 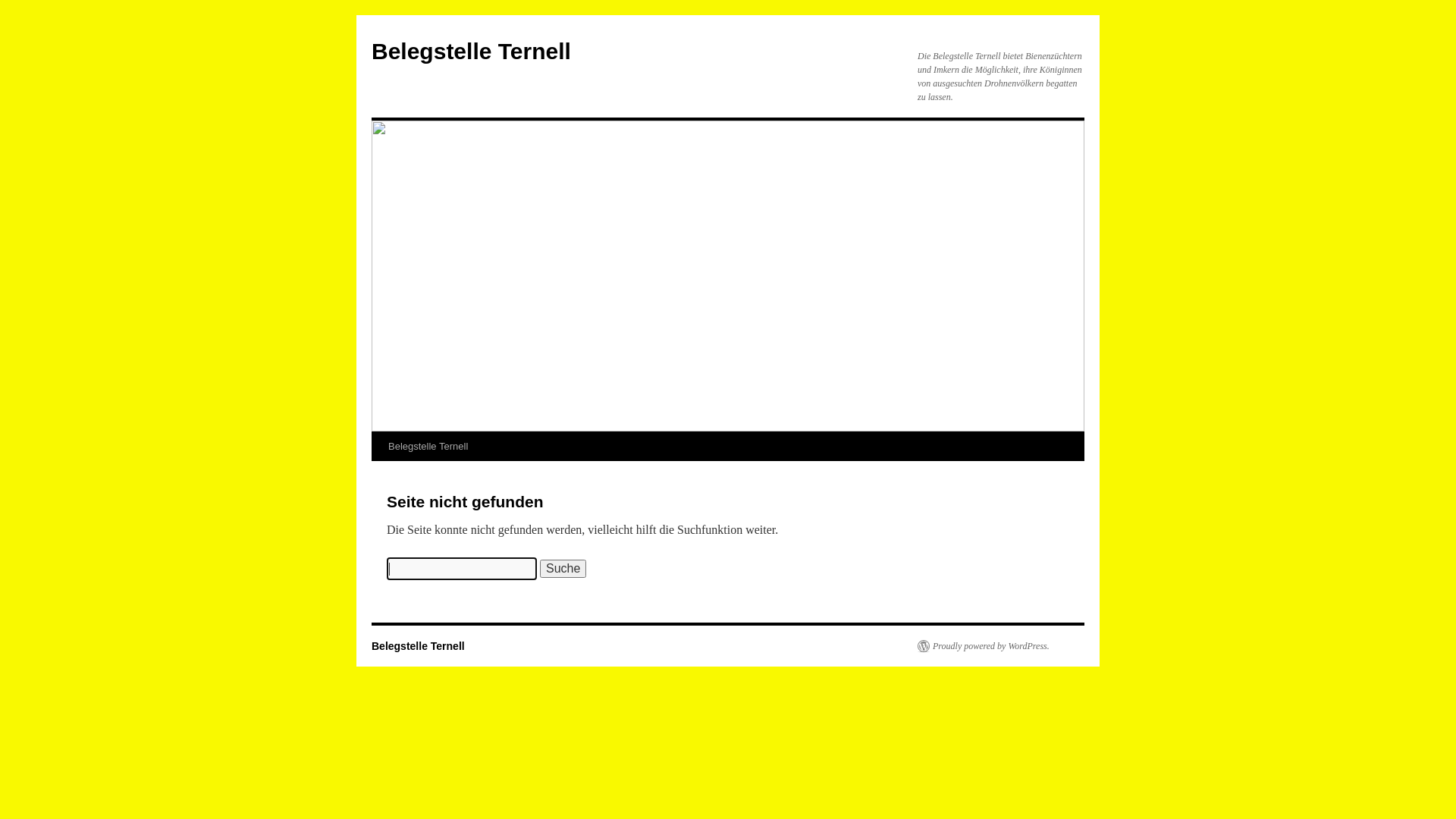 What do you see at coordinates (983, 646) in the screenshot?
I see `'Proudly powered by WordPress.'` at bounding box center [983, 646].